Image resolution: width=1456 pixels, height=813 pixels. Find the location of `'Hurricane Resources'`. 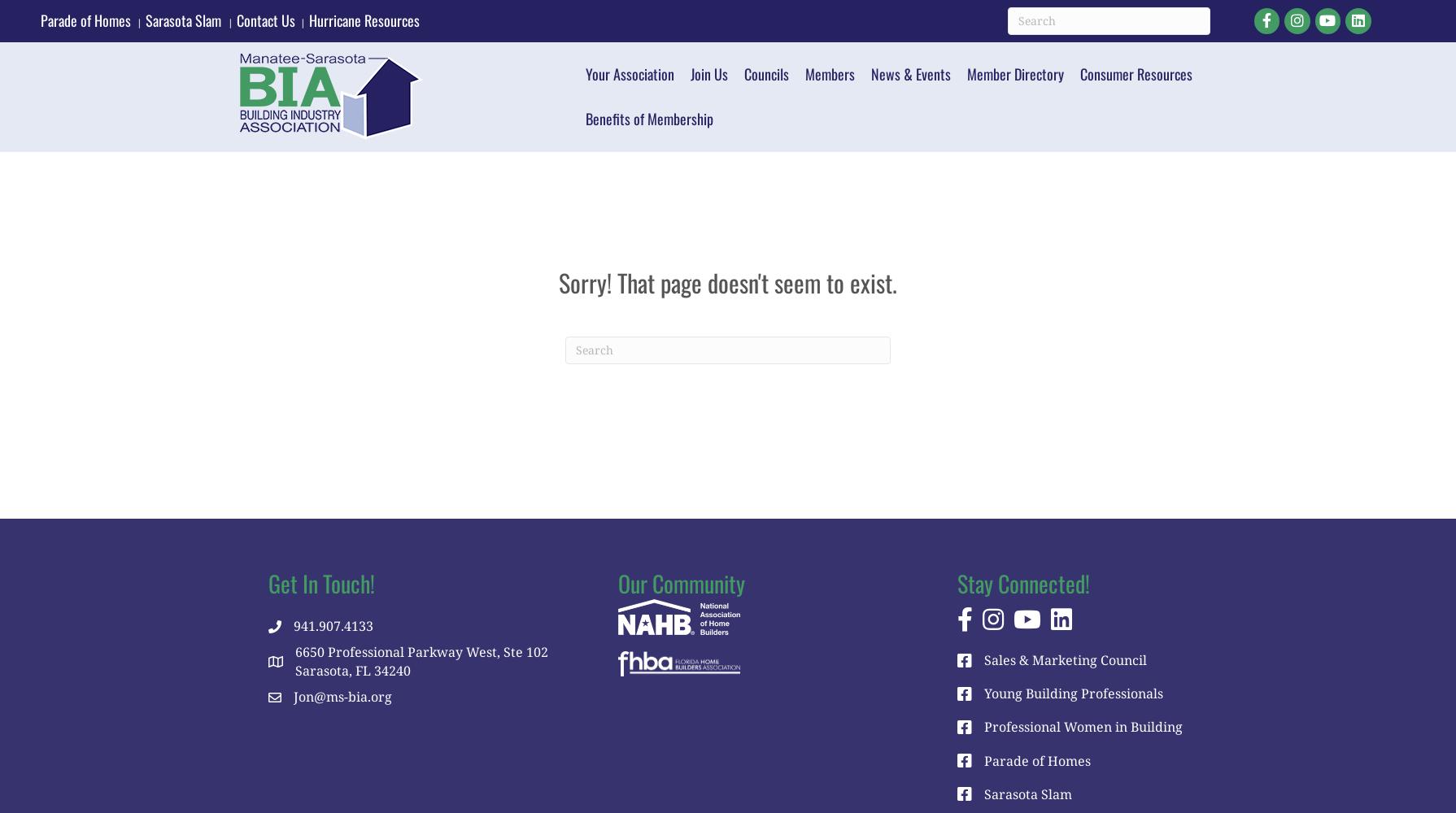

'Hurricane Resources' is located at coordinates (365, 20).